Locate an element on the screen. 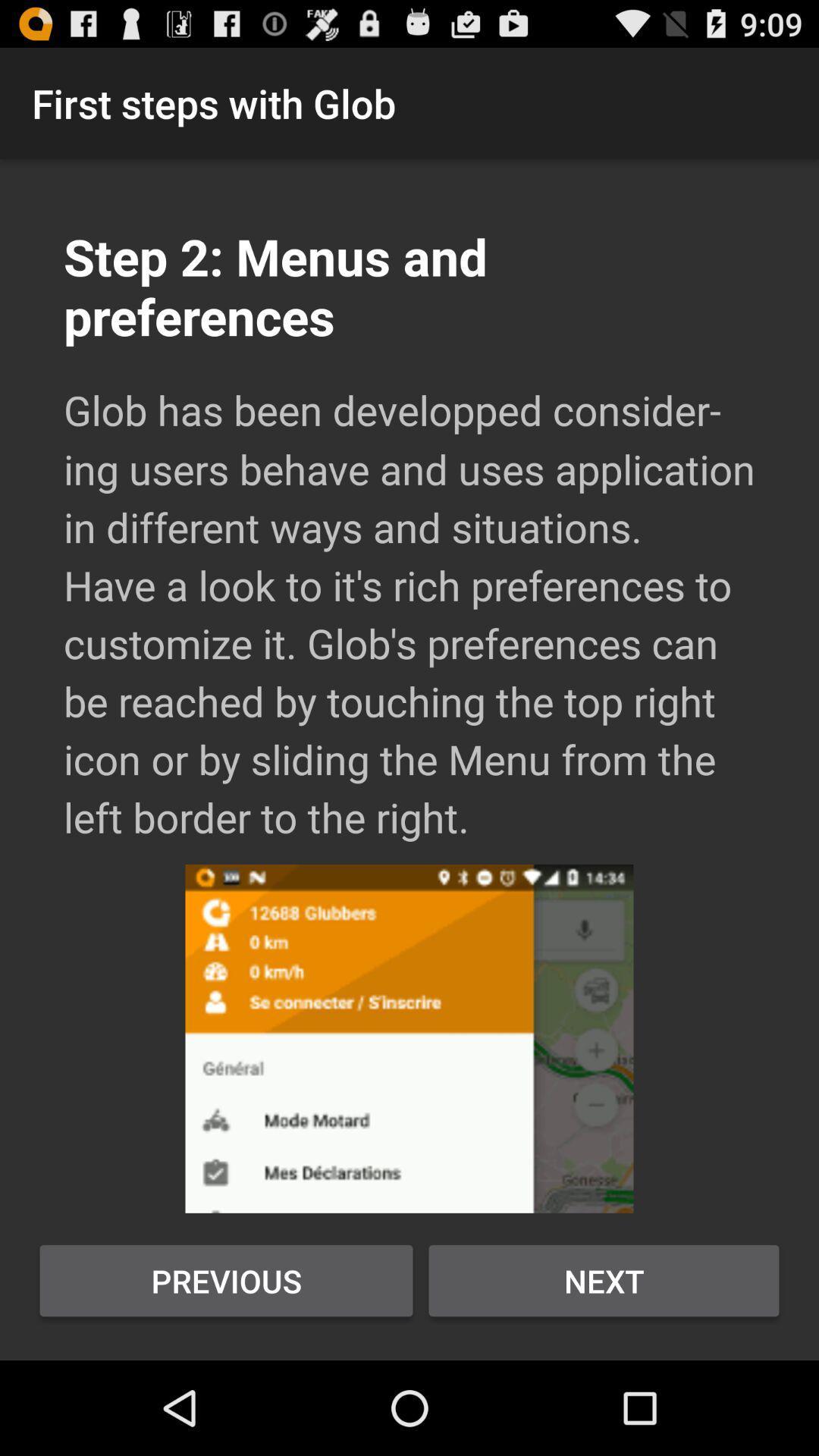 The image size is (819, 1456). icon to the right of previous is located at coordinates (603, 1280).